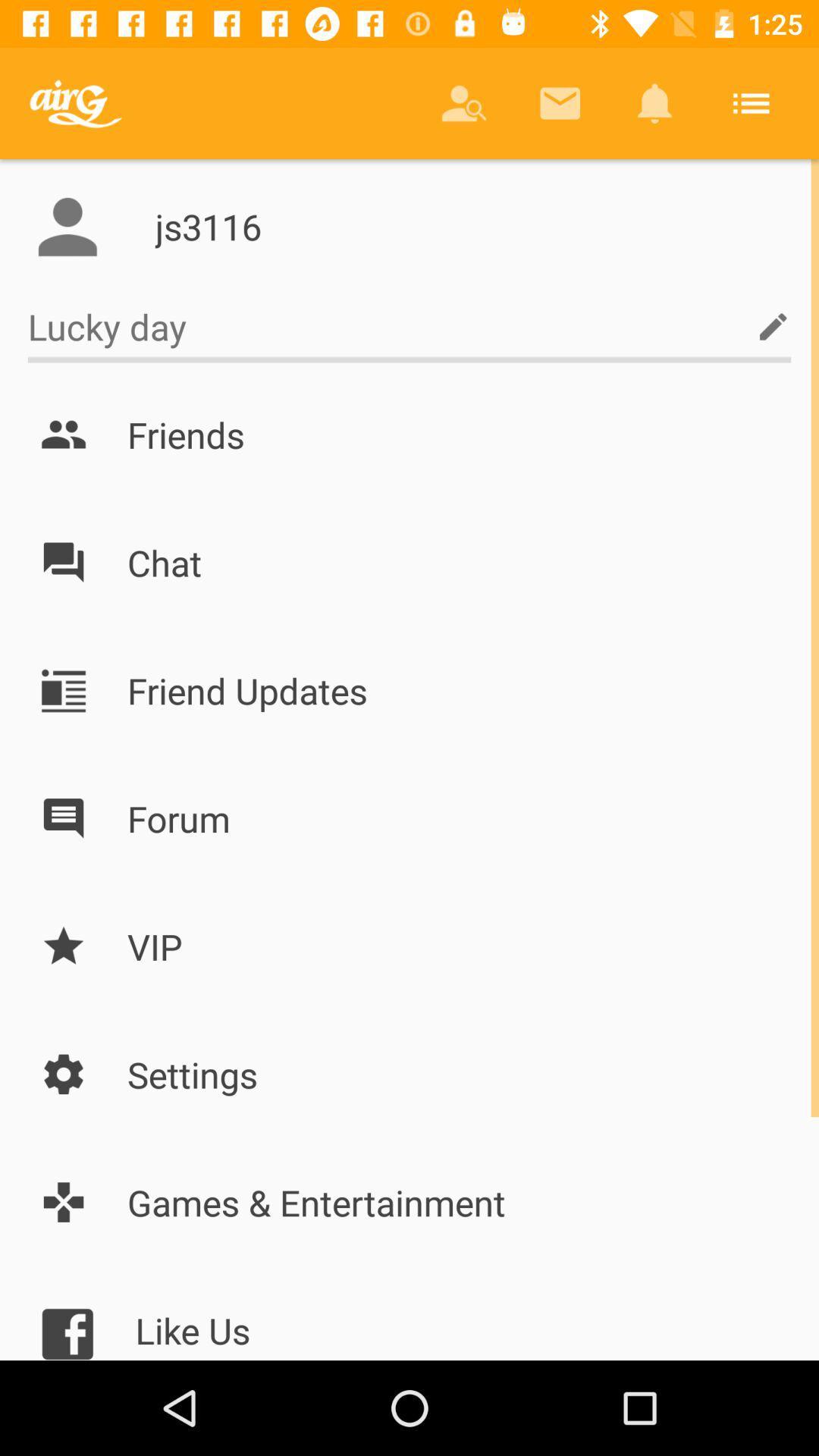 Image resolution: width=819 pixels, height=1456 pixels. Describe the element at coordinates (67, 226) in the screenshot. I see `the avatar icon` at that location.